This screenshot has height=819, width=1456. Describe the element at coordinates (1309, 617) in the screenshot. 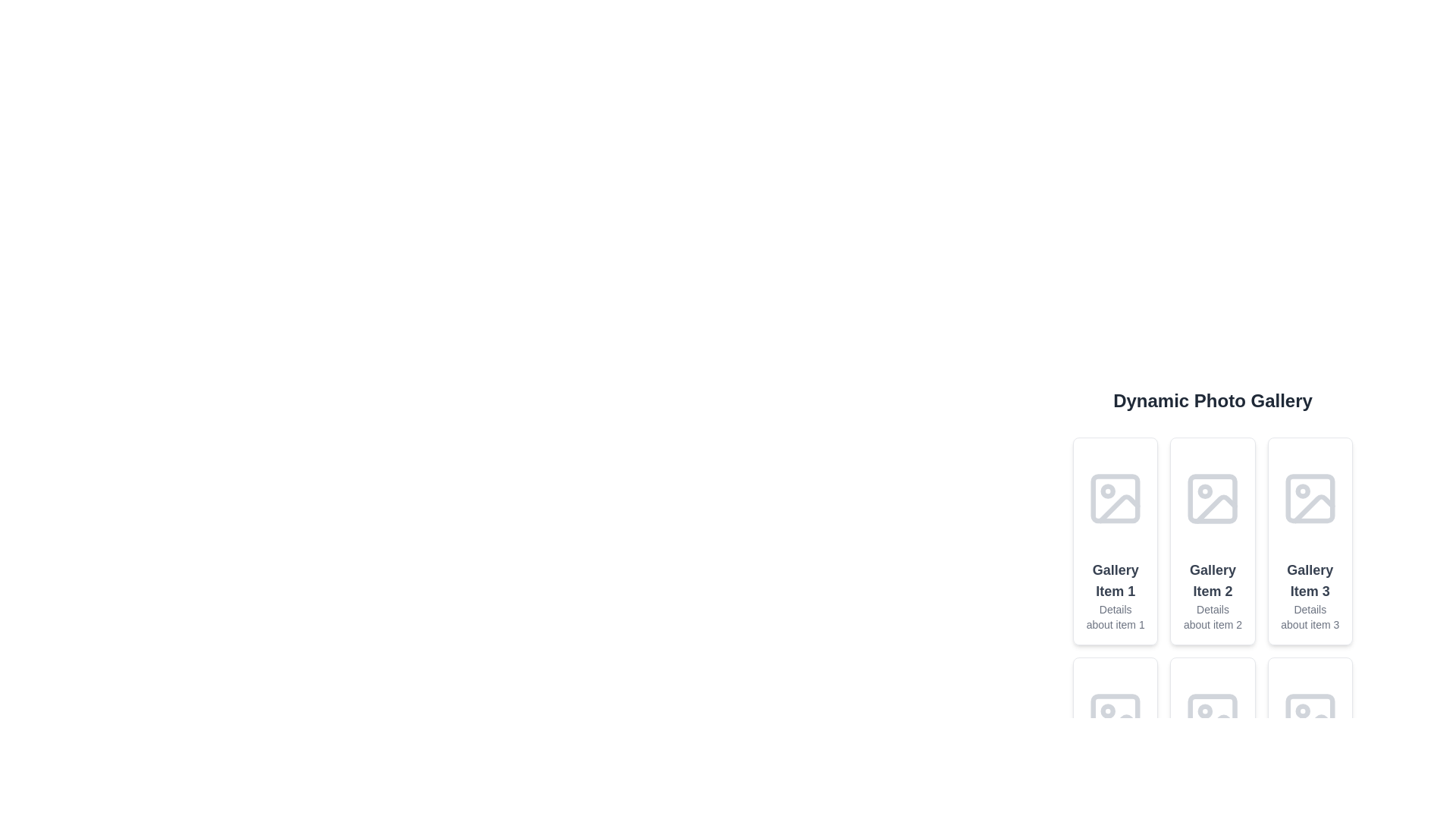

I see `the descriptive text label associated with 'Gallery Item 3', located at the bottom of the card layout under the title` at that location.